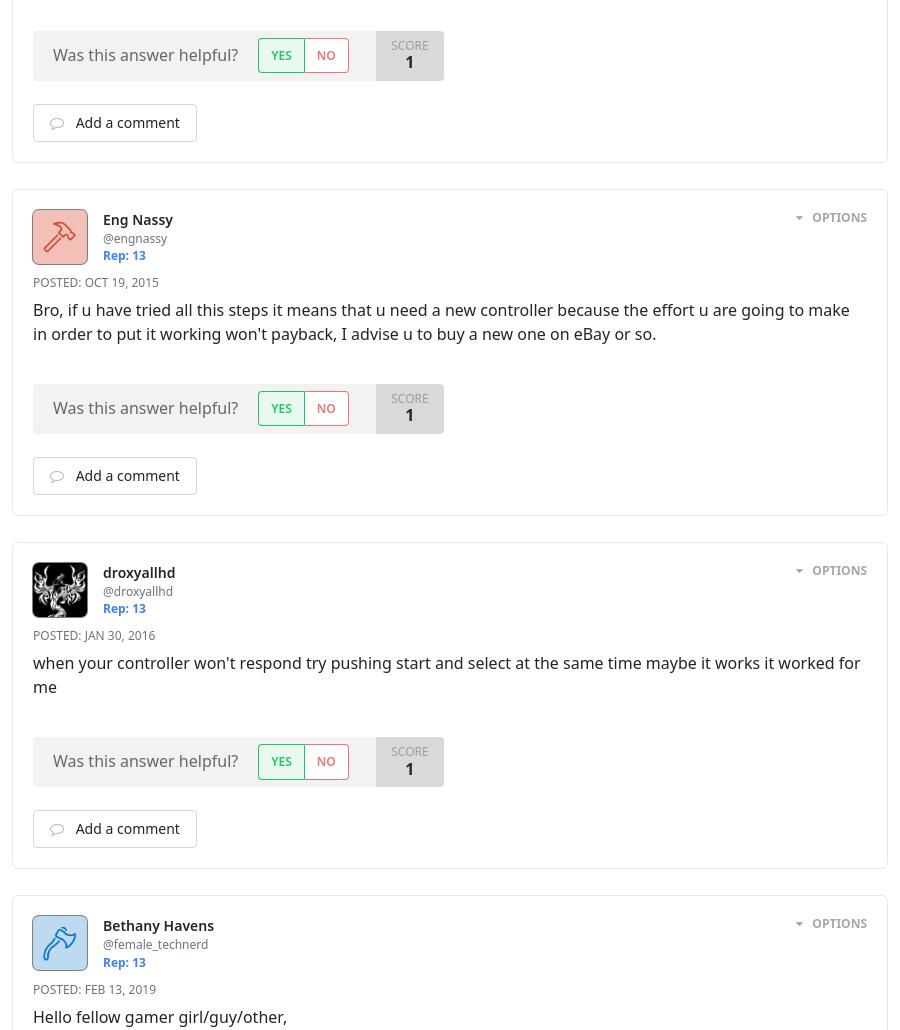 This screenshot has width=900, height=1030. What do you see at coordinates (101, 925) in the screenshot?
I see `'Bethany Havens'` at bounding box center [101, 925].